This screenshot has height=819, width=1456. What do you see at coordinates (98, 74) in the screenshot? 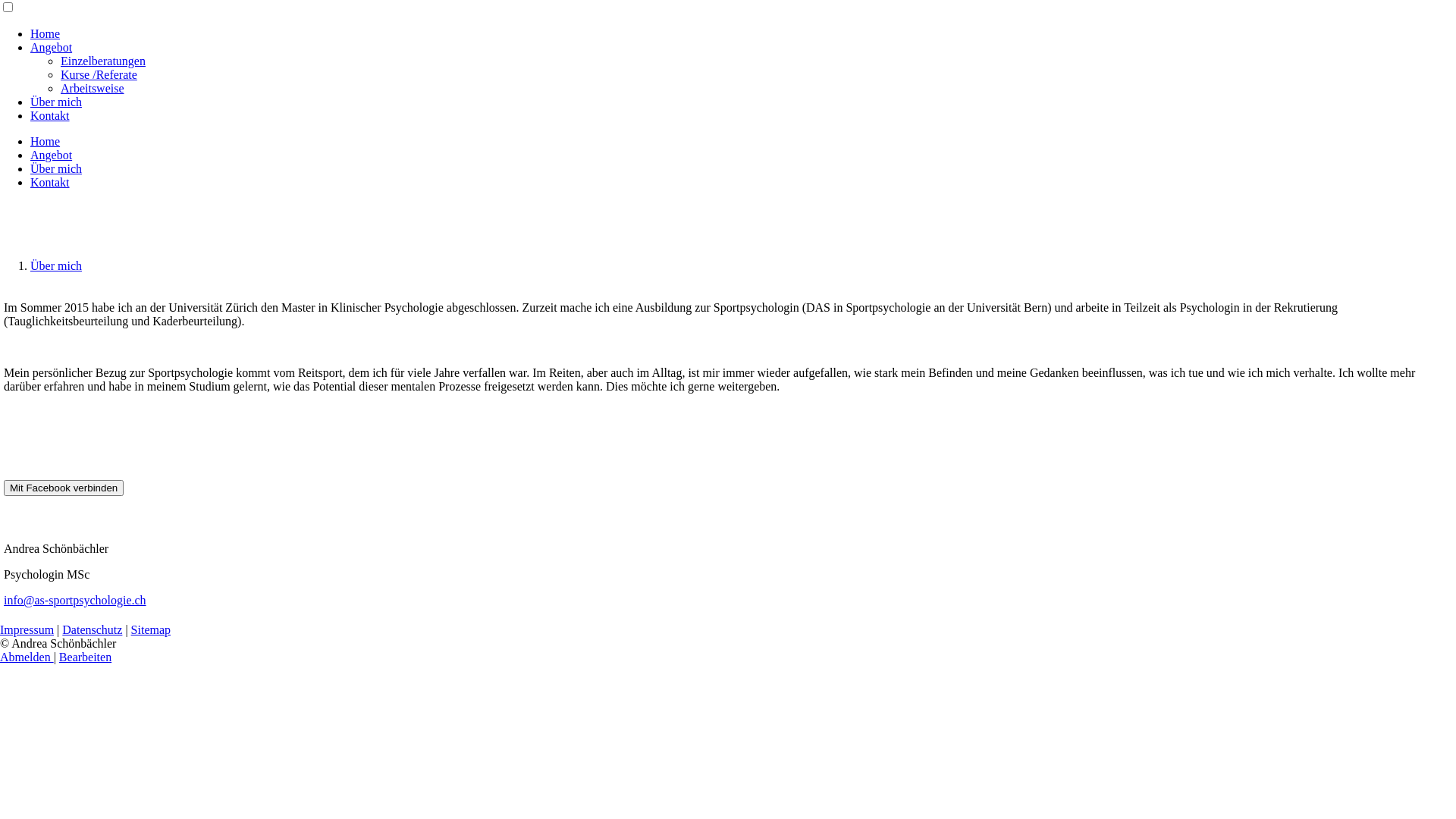
I see `'Kurse /Referate'` at bounding box center [98, 74].